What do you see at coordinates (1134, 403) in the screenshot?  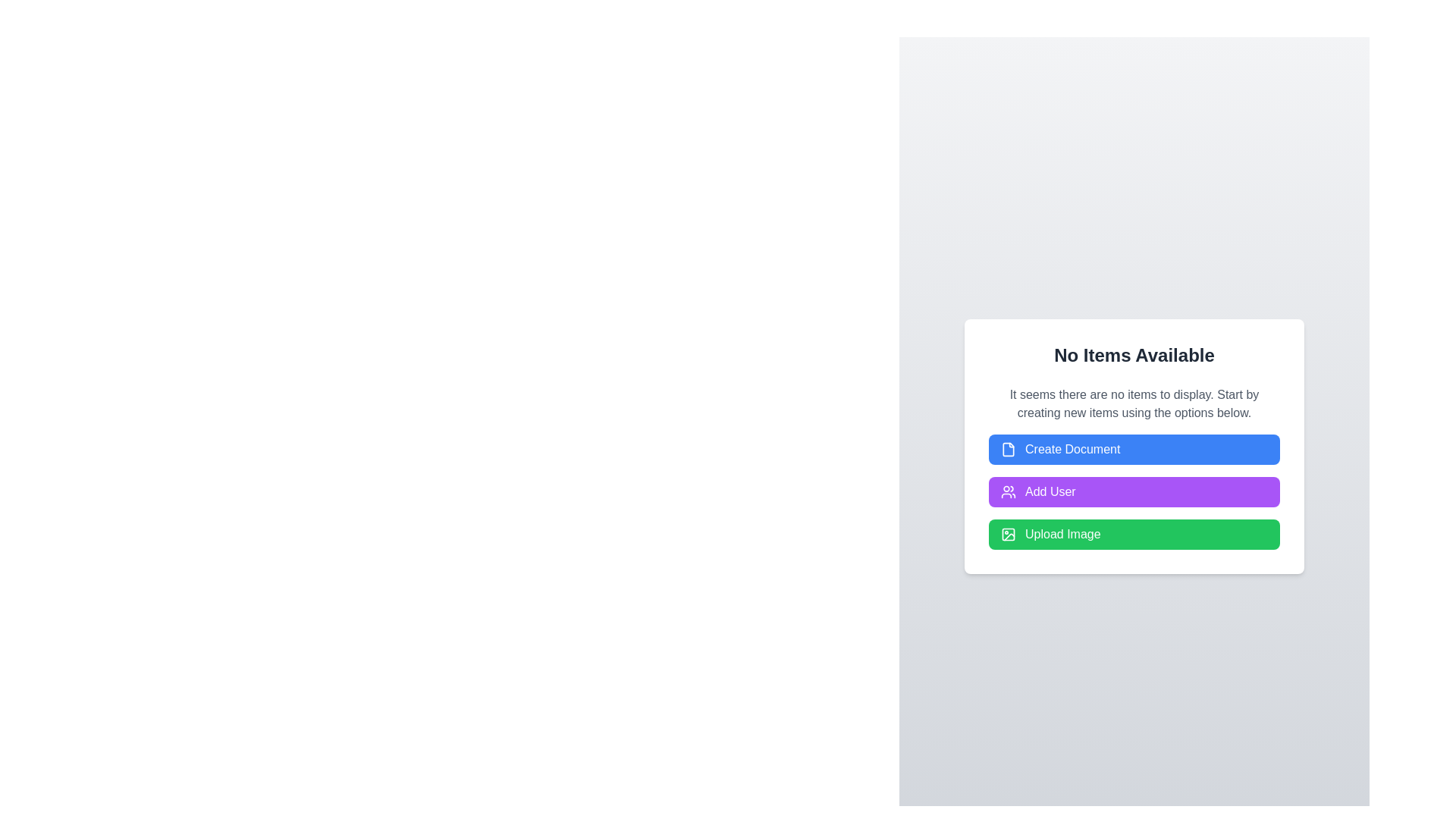 I see `the static text block displaying the message 'It seems there are no items` at bounding box center [1134, 403].